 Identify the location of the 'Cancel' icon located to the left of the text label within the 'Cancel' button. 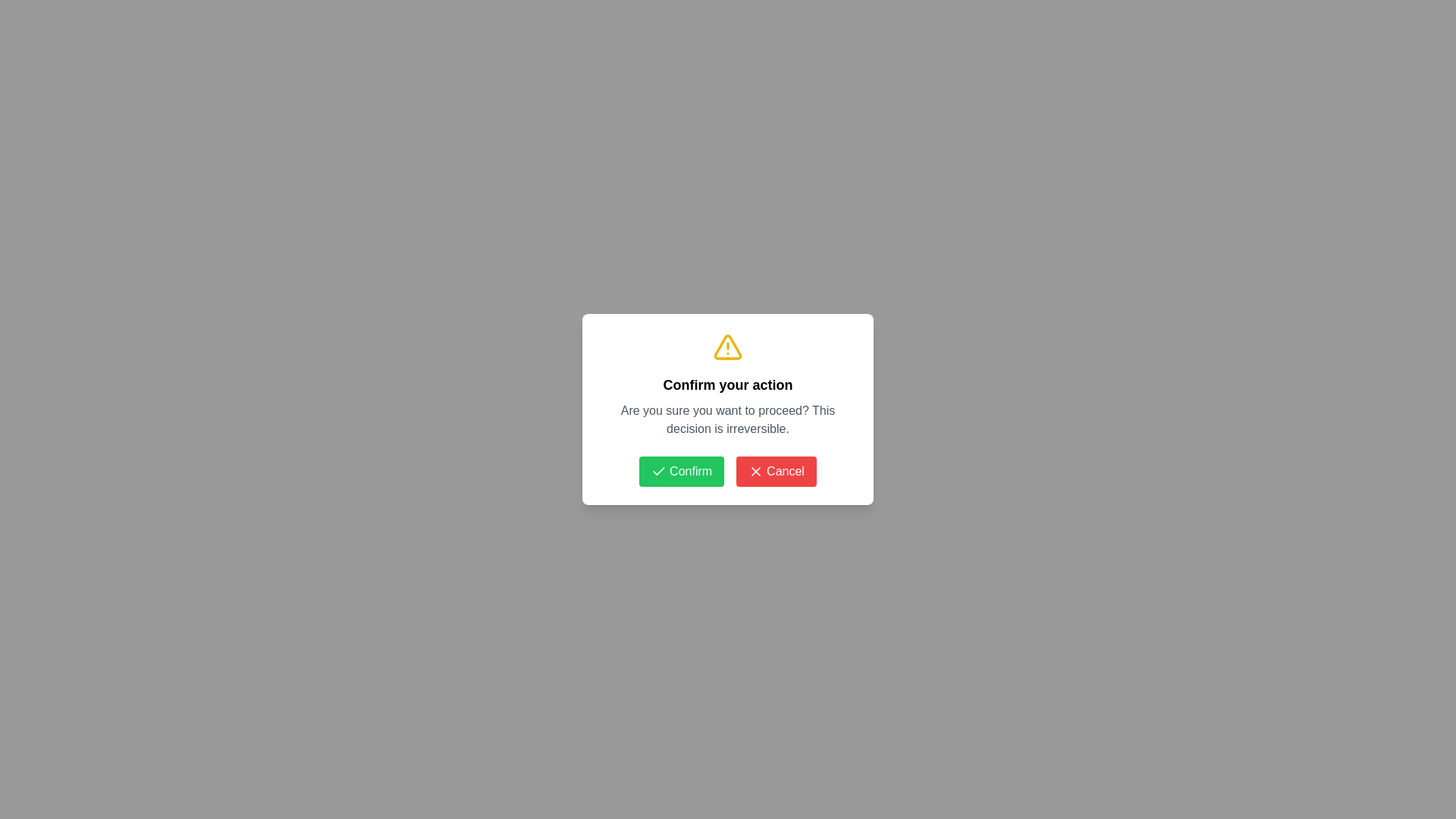
(756, 470).